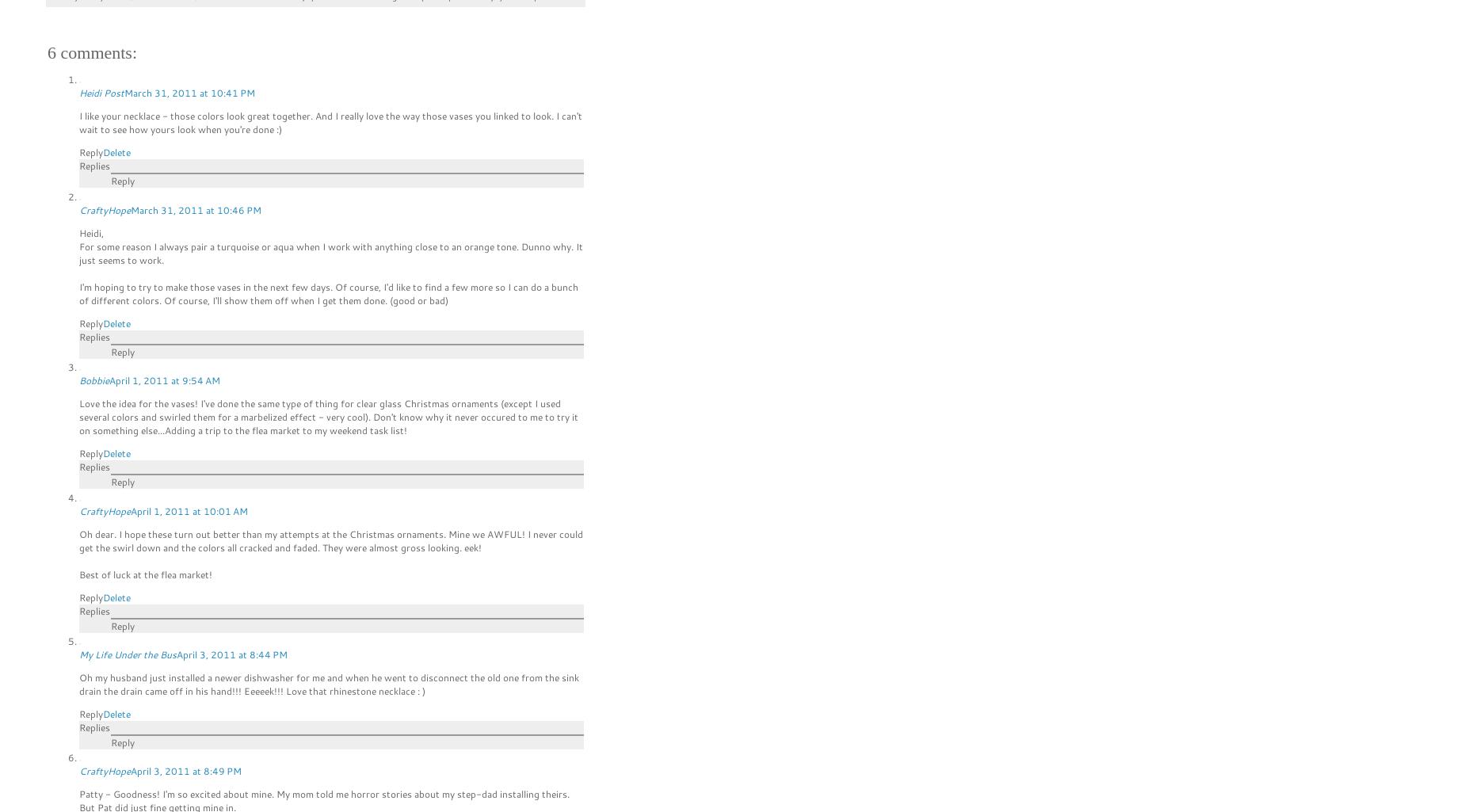  I want to click on '6 comments:', so click(92, 51).